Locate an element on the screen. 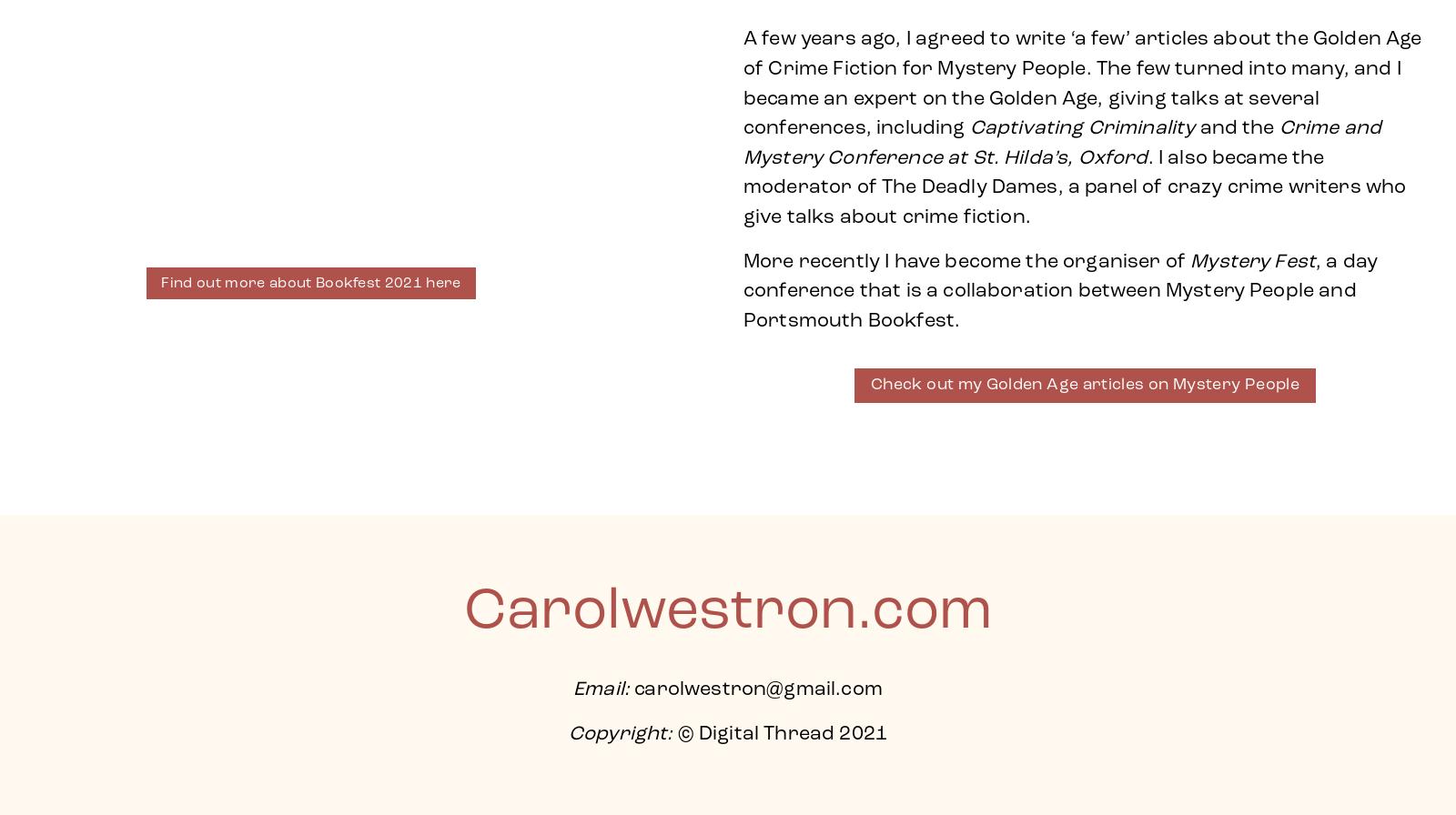 The image size is (1456, 815). 'Mystery Fest' is located at coordinates (1189, 261).